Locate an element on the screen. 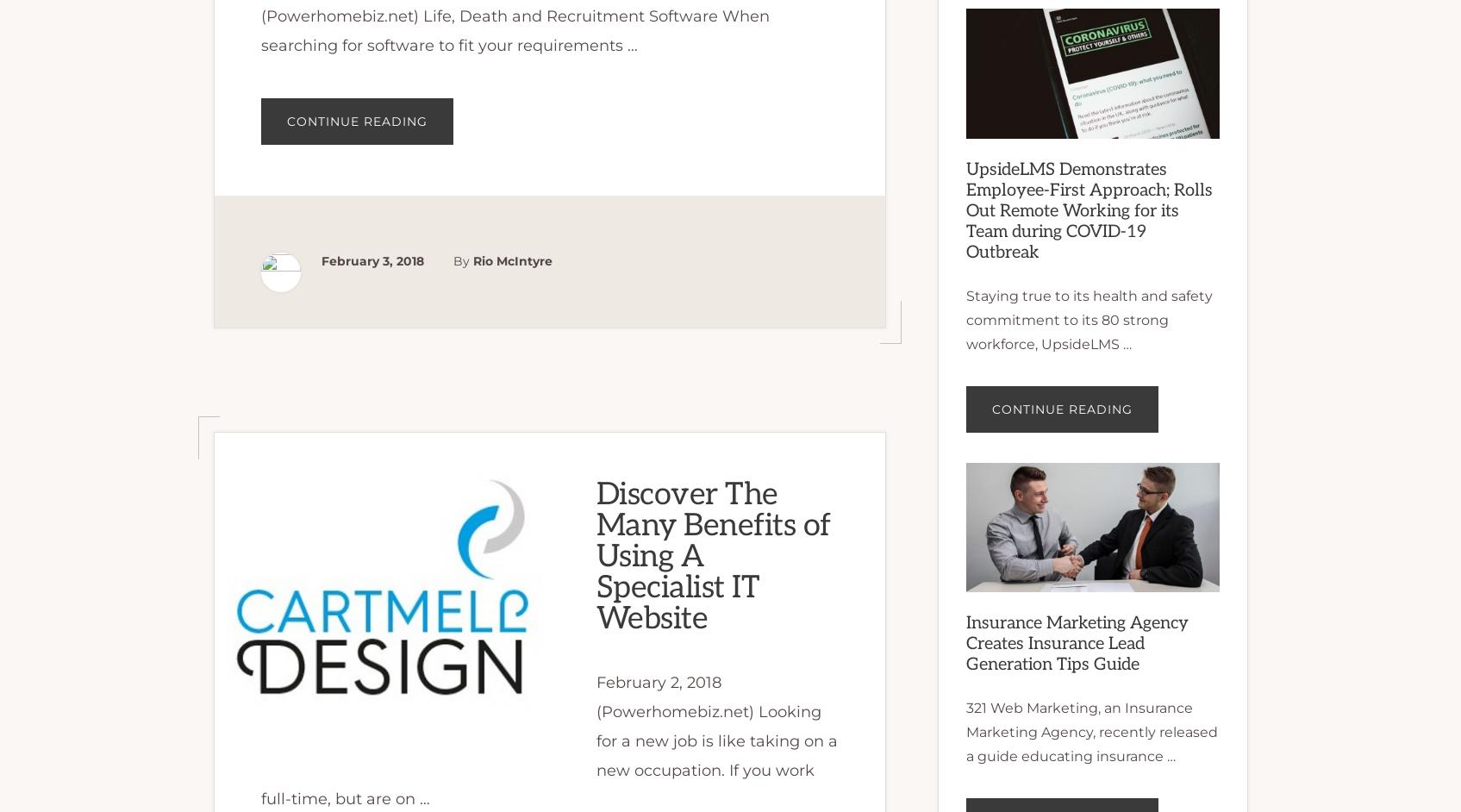 The width and height of the screenshot is (1461, 812). 'Finance News' is located at coordinates (750, 47).